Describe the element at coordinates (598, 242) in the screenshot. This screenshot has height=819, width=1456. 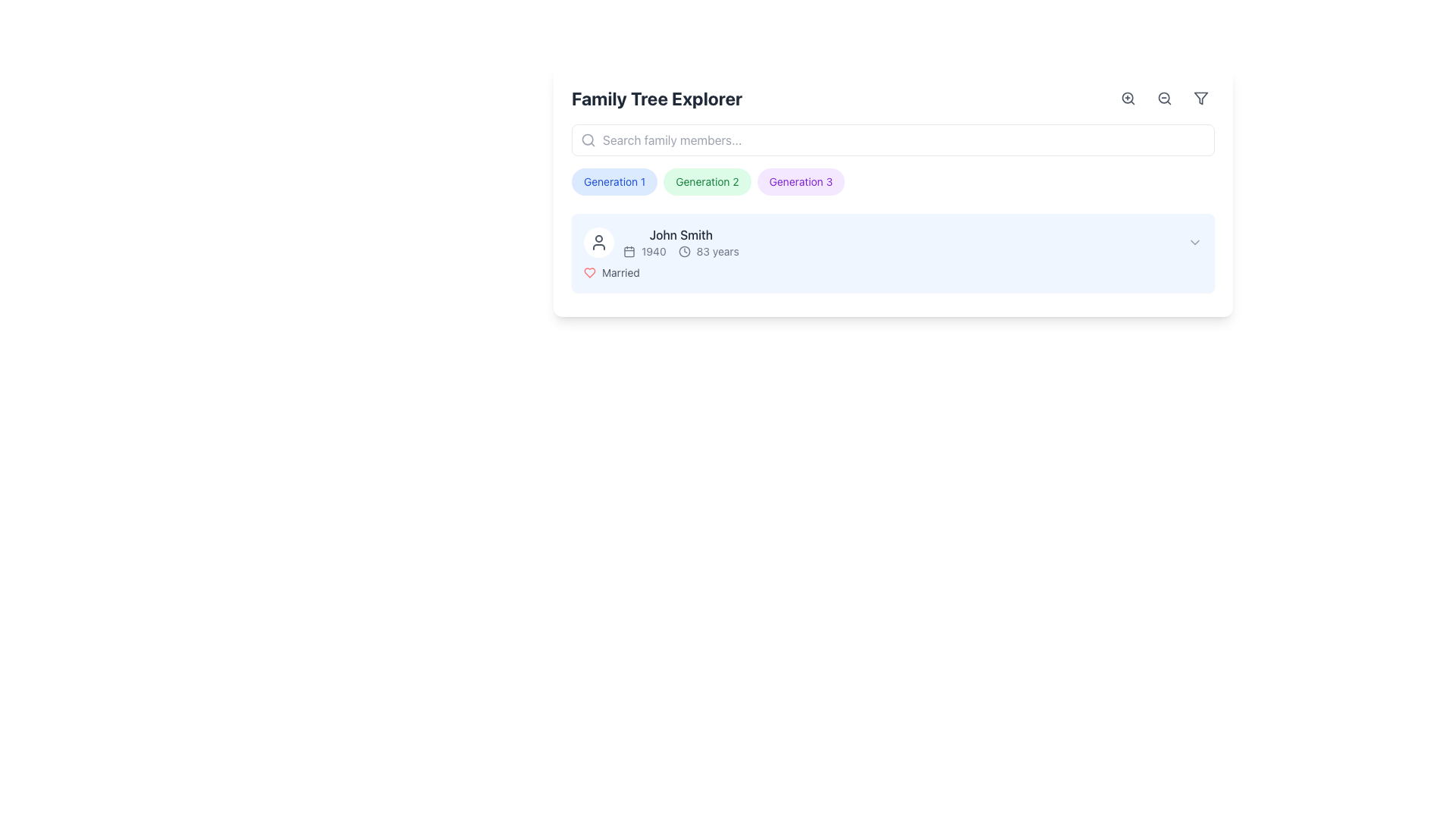
I see `the user silhouette icon located at the top-left part of the 'John Smith' profile card, which features a rounded head and a rectangular body shape` at that location.